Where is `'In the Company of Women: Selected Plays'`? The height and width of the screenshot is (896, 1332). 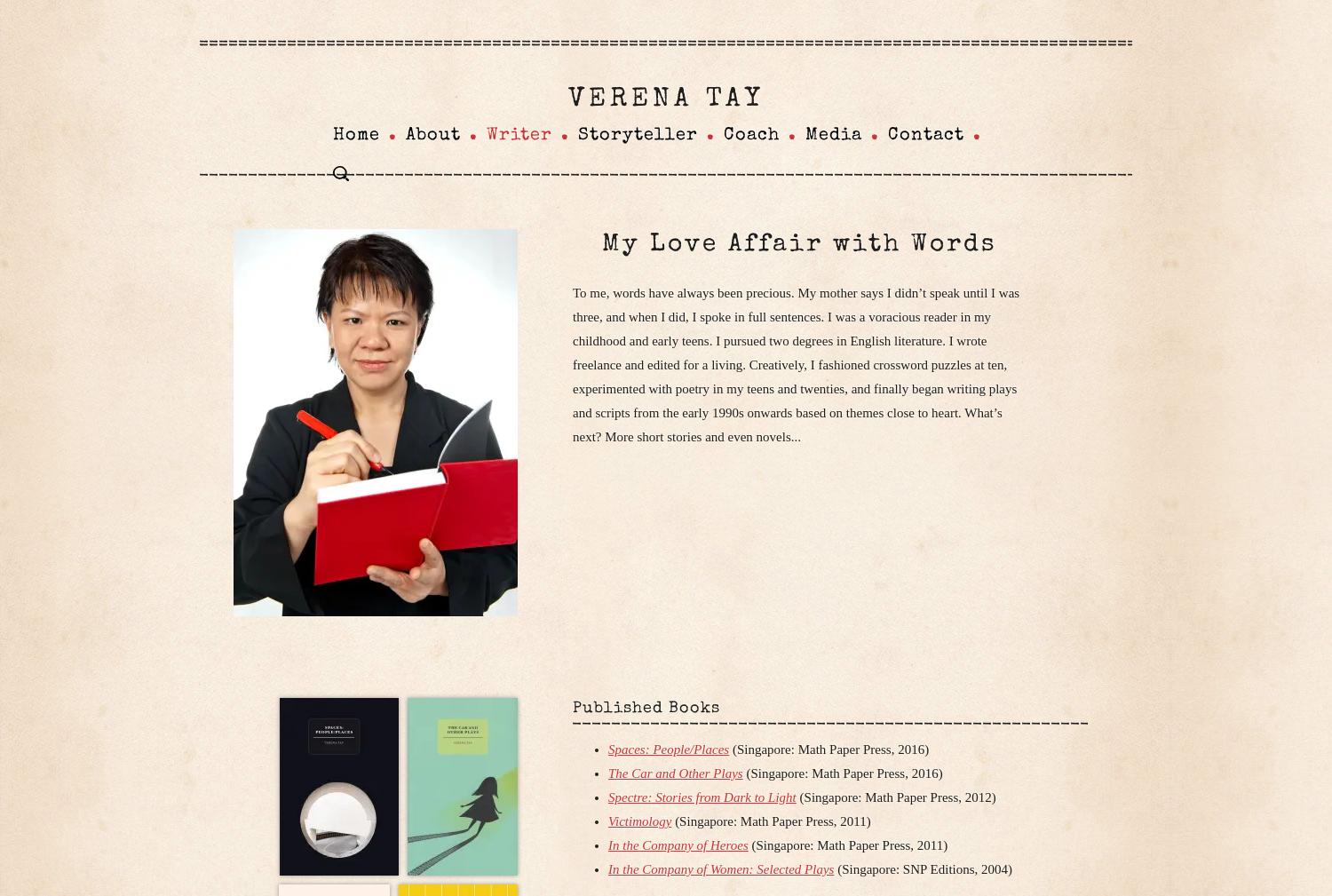
'In the Company of Women: Selected Plays' is located at coordinates (720, 869).